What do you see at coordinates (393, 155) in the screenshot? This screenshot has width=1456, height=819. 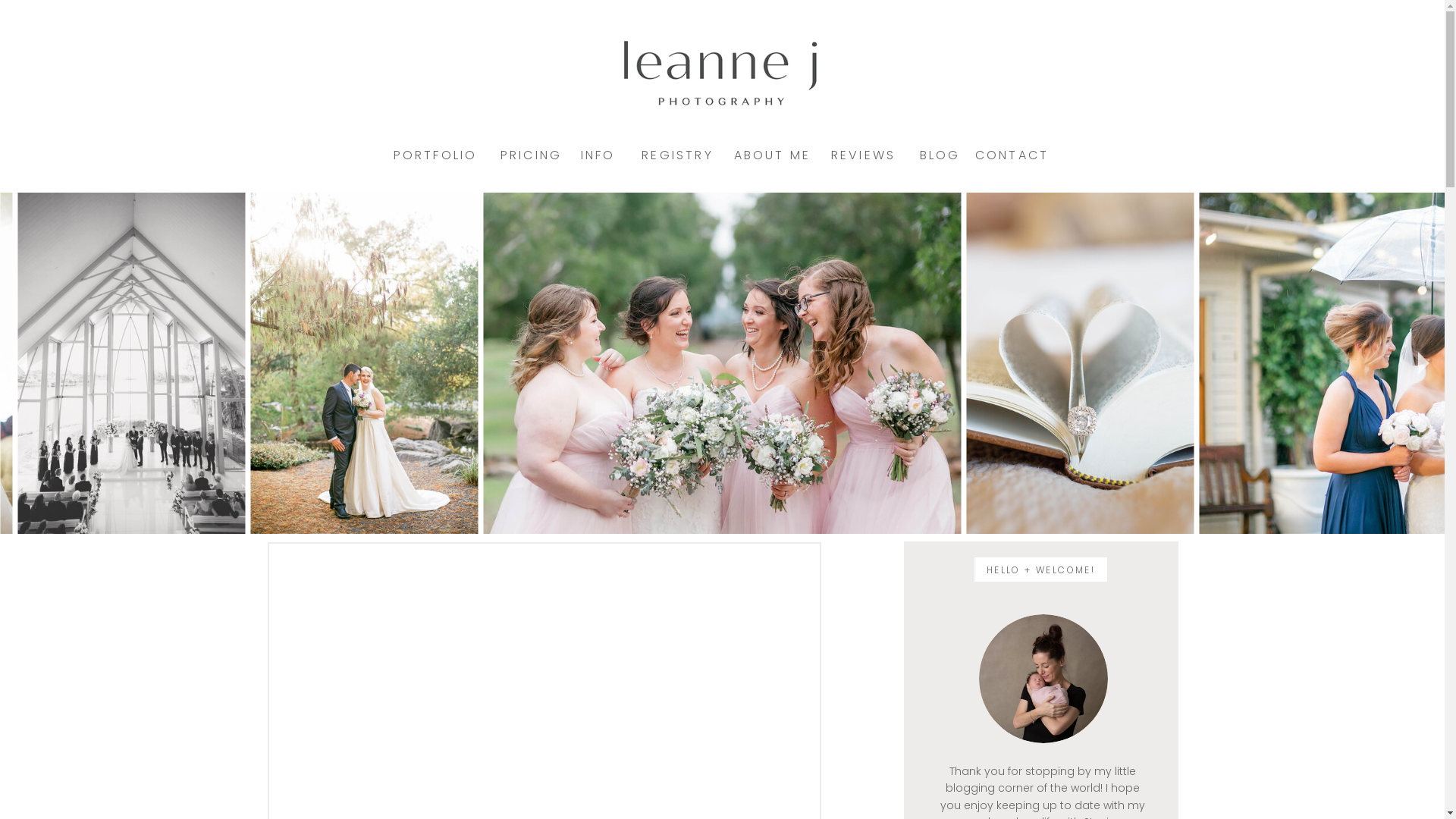 I see `'PORTFOLIO'` at bounding box center [393, 155].